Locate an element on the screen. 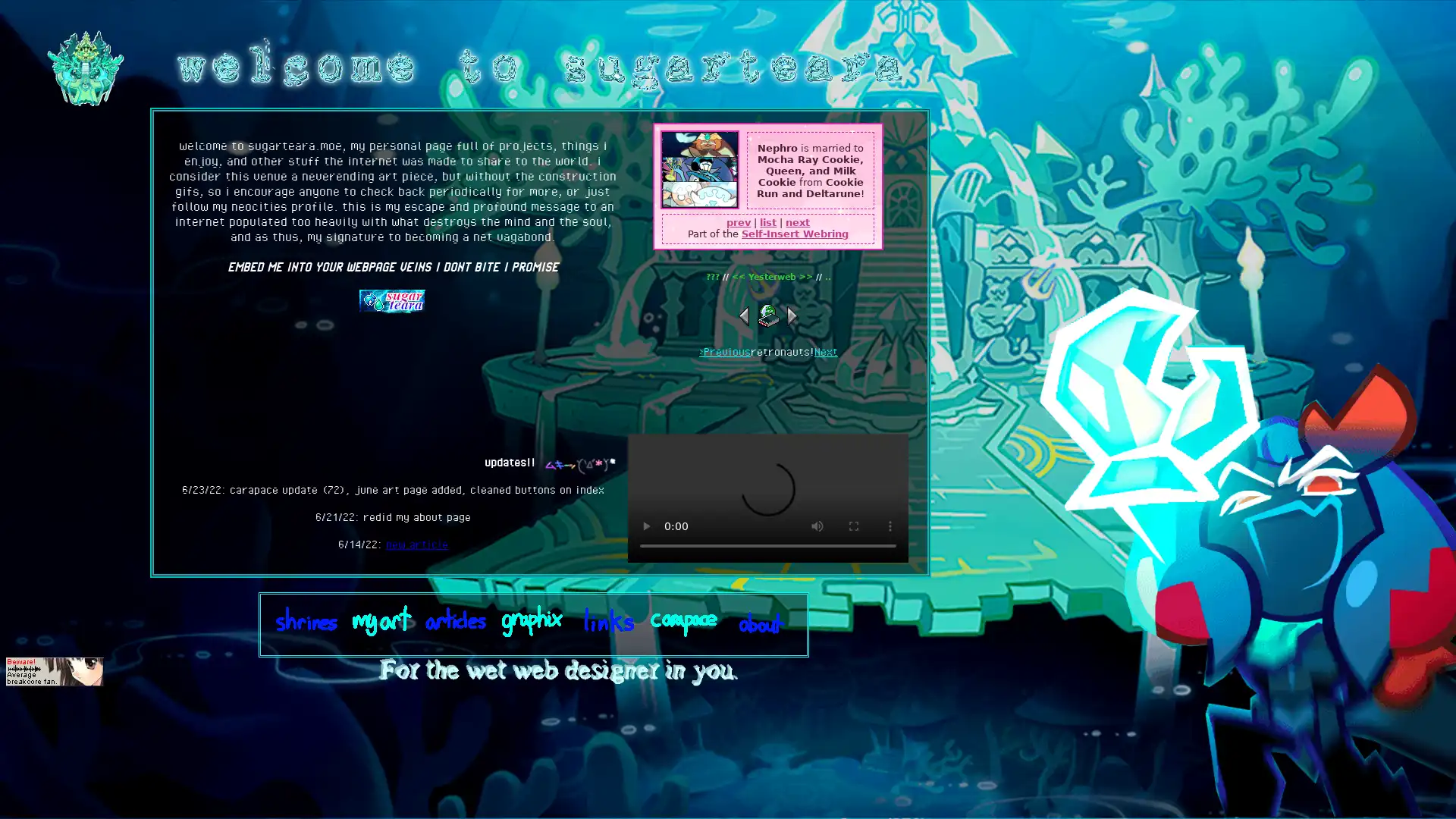  show more media controls is located at coordinates (890, 526).